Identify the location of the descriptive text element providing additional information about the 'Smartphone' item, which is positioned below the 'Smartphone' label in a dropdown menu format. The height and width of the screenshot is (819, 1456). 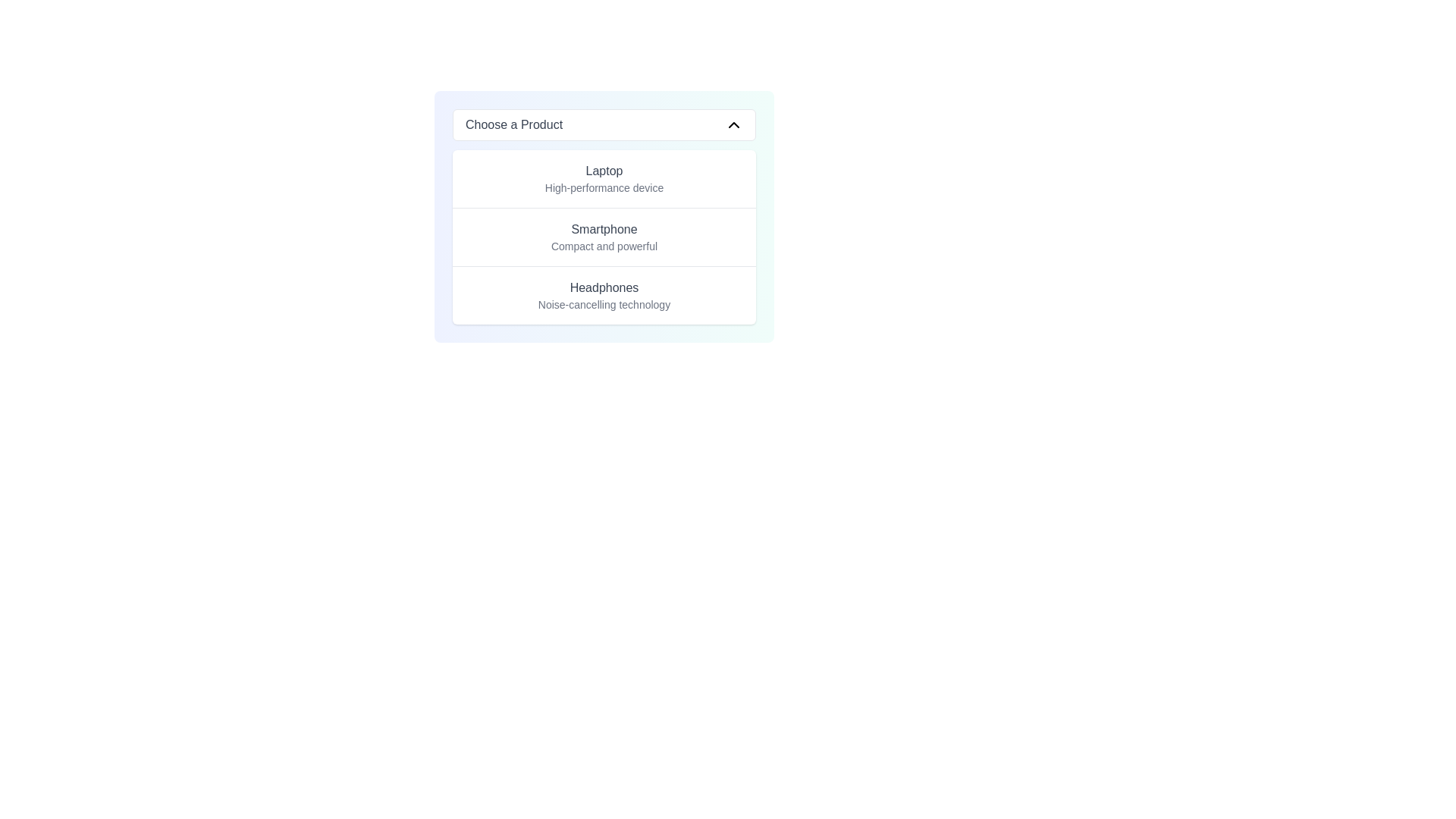
(603, 245).